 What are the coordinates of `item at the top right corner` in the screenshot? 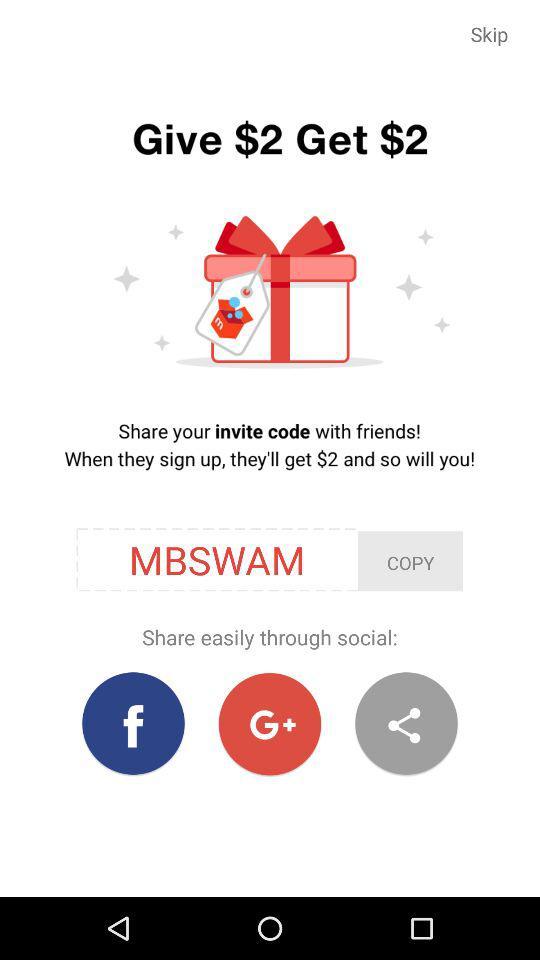 It's located at (488, 33).